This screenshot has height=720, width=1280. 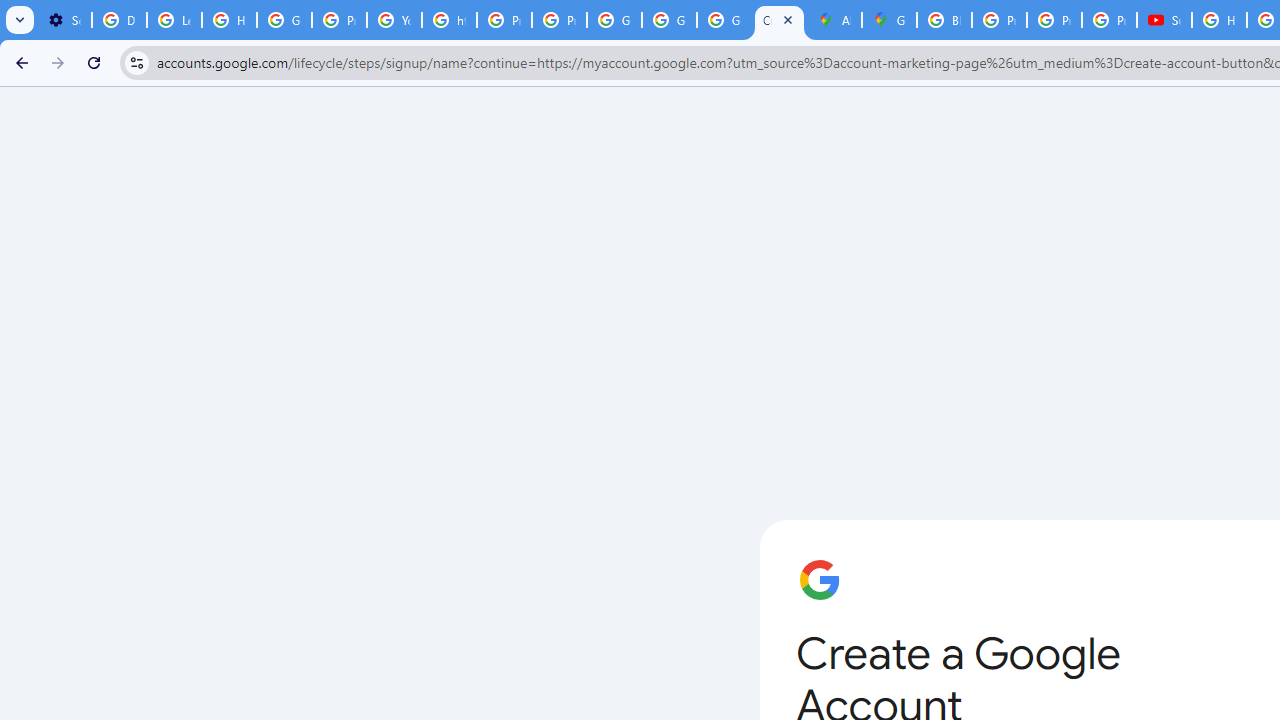 What do you see at coordinates (283, 20) in the screenshot?
I see `'Google Account Help'` at bounding box center [283, 20].